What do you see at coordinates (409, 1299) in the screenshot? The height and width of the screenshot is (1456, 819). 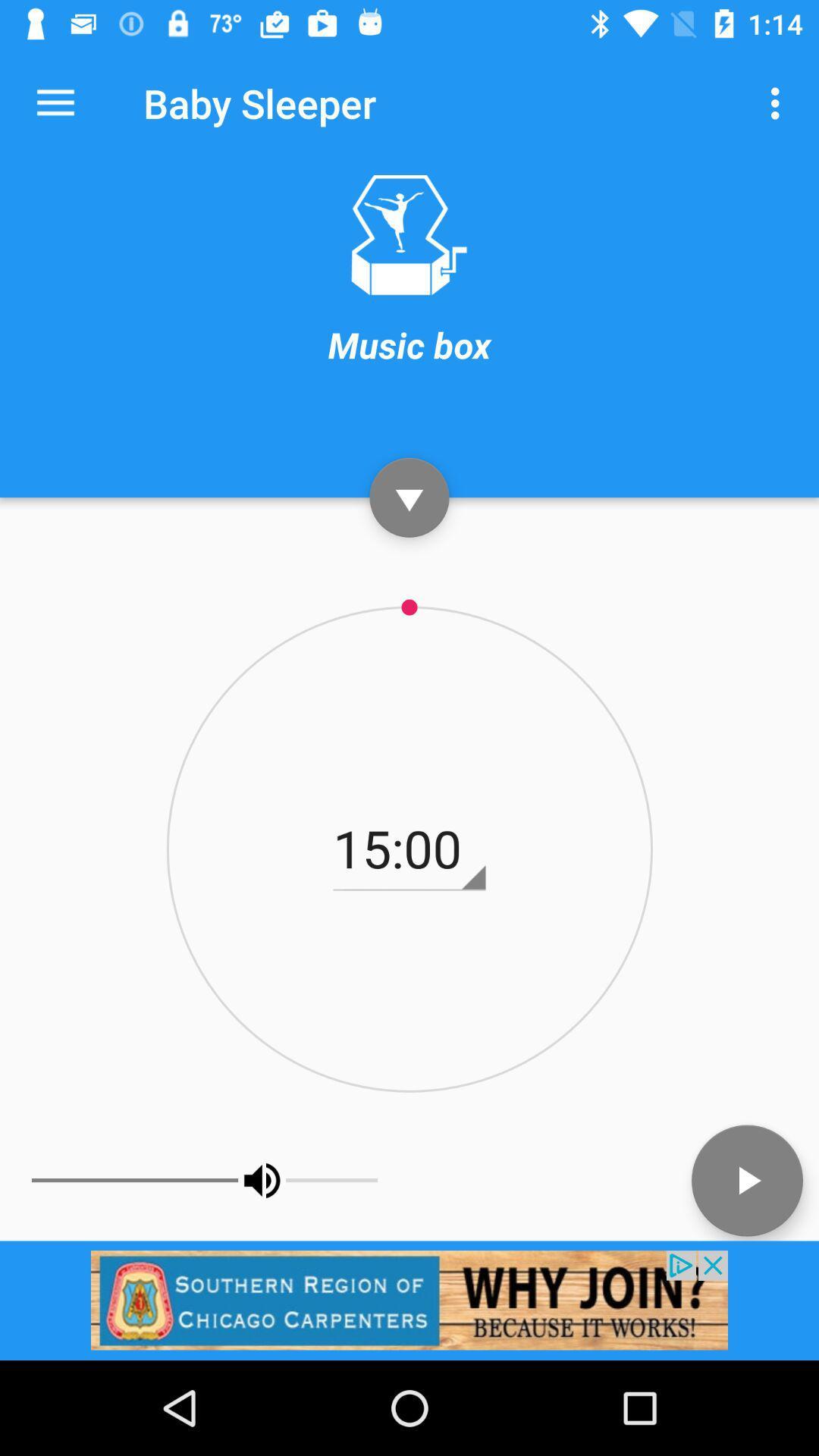 I see `advertisement` at bounding box center [409, 1299].